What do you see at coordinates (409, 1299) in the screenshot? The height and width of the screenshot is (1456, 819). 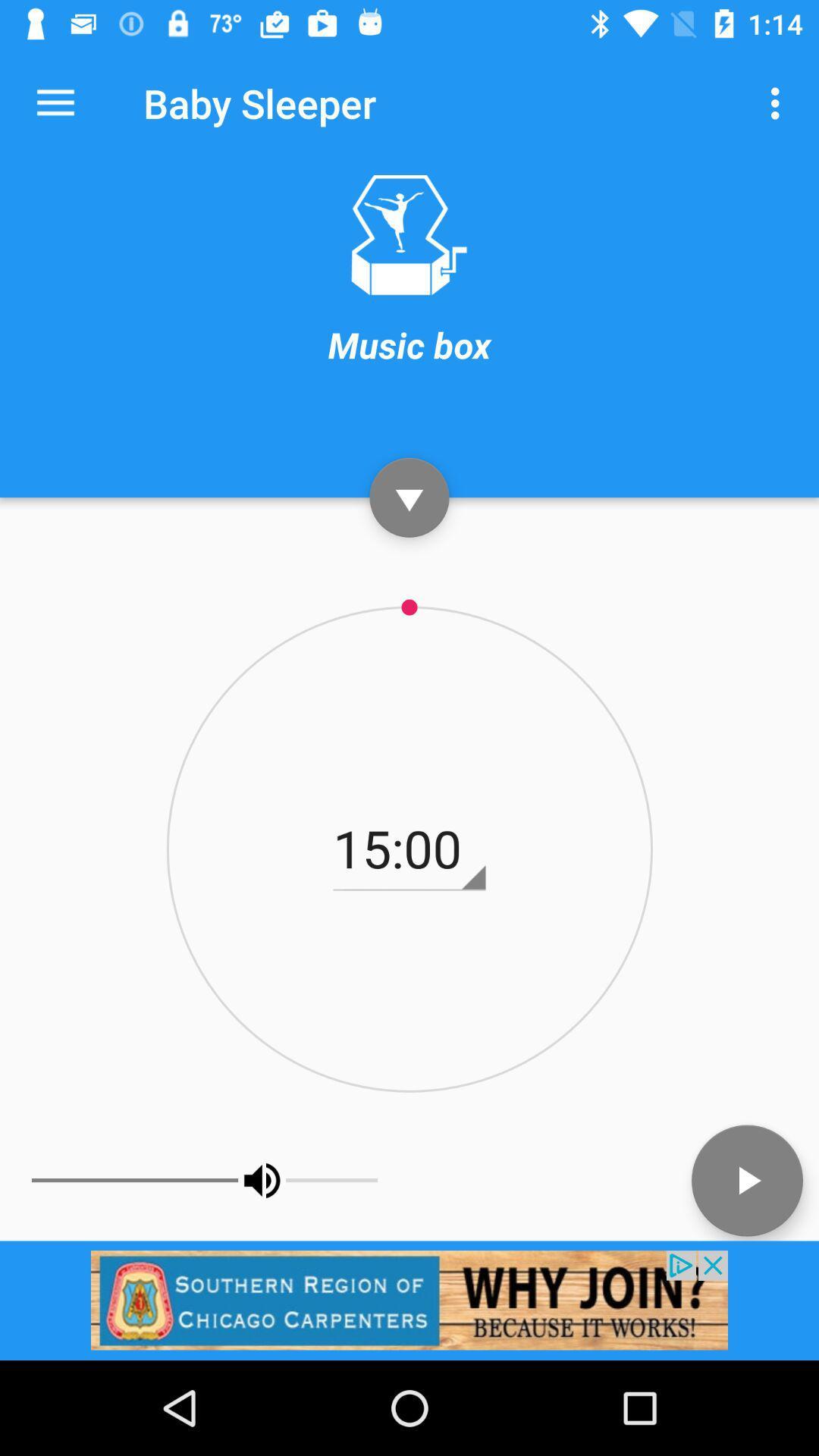 I see `advertisement` at bounding box center [409, 1299].